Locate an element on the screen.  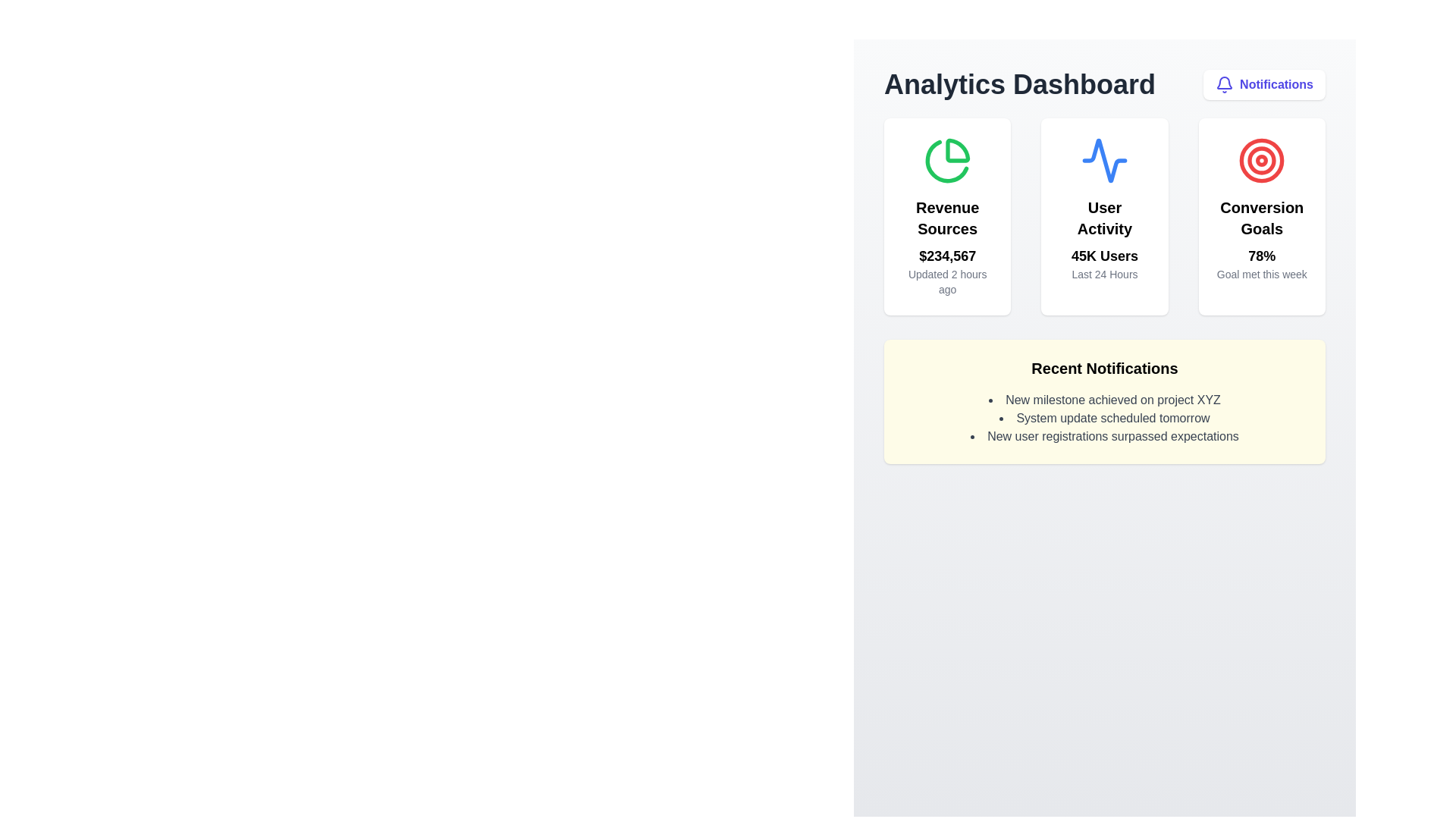
the blue zigzag line icon representing activity, located at the top center of the 'User Activity' card, above the text 'User Activity.' is located at coordinates (1104, 161).